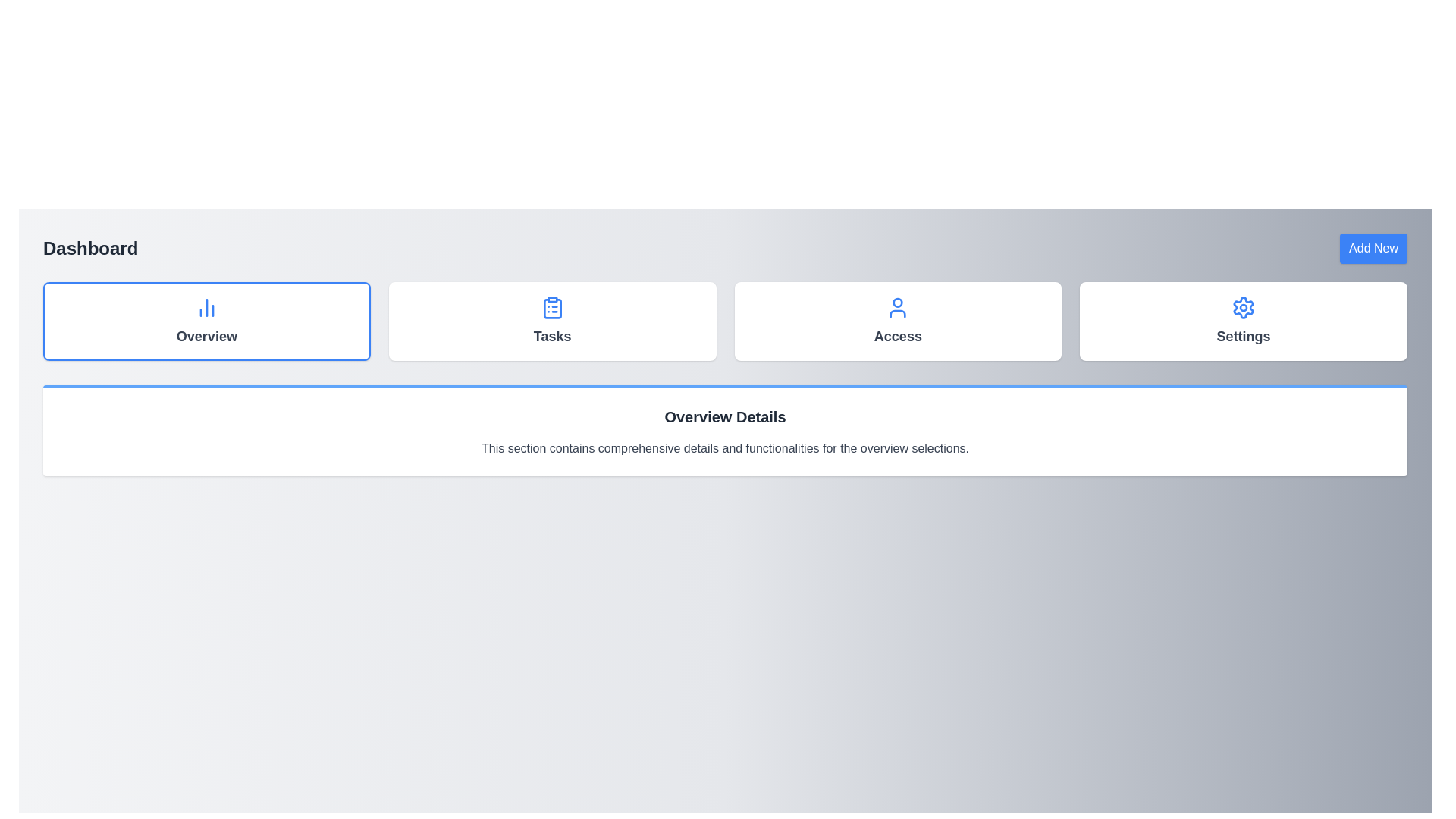 Image resolution: width=1456 pixels, height=819 pixels. I want to click on the decorative 'Tasks' icon located in the dashboard, positioned above the word 'Tasks' and is the second button from the left, so click(551, 308).